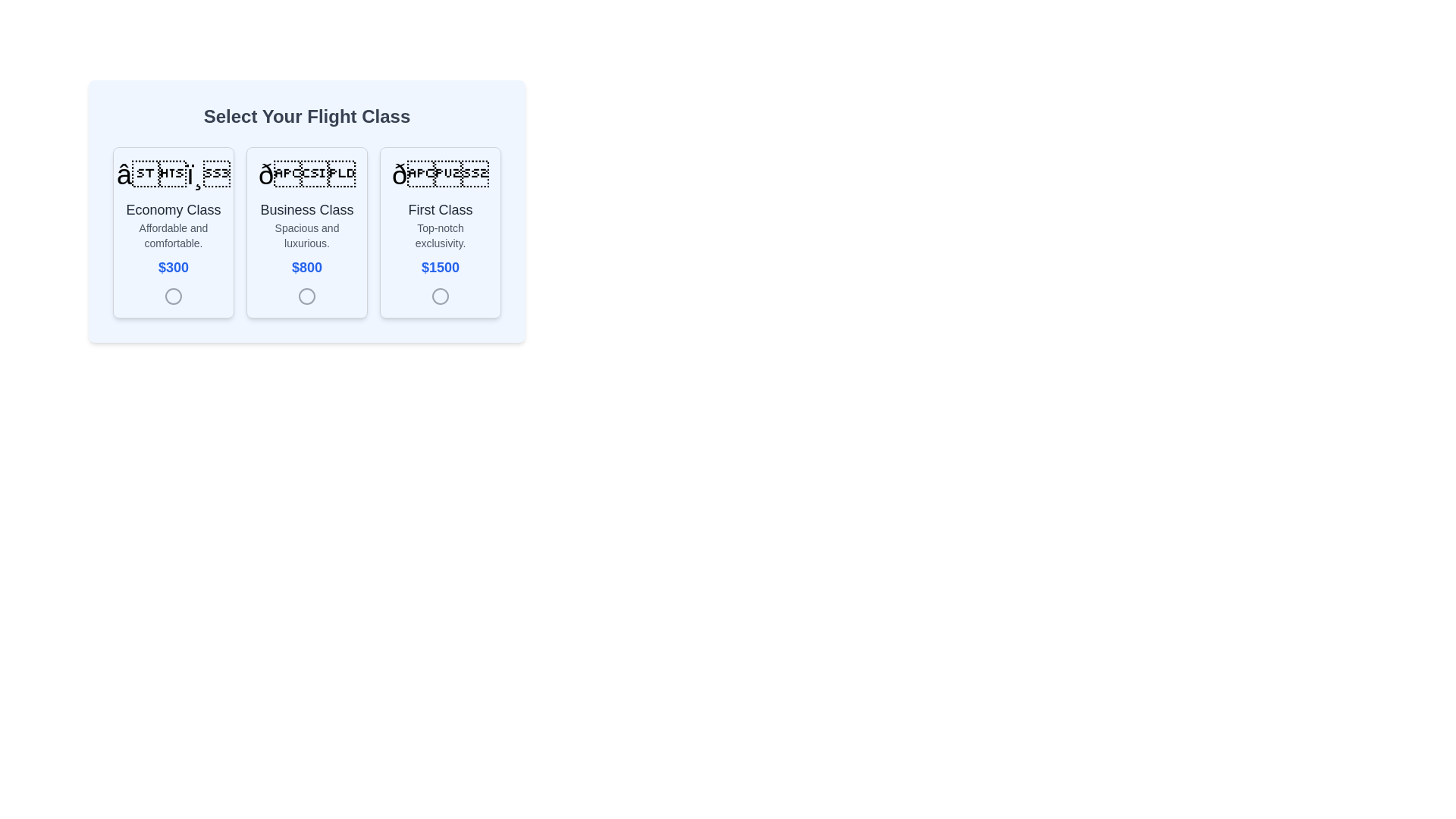 Image resolution: width=1456 pixels, height=819 pixels. What do you see at coordinates (306, 116) in the screenshot?
I see `the centered heading displaying 'Select Your Flight Class' in a bold sans-serif font, positioned above the flight class options` at bounding box center [306, 116].